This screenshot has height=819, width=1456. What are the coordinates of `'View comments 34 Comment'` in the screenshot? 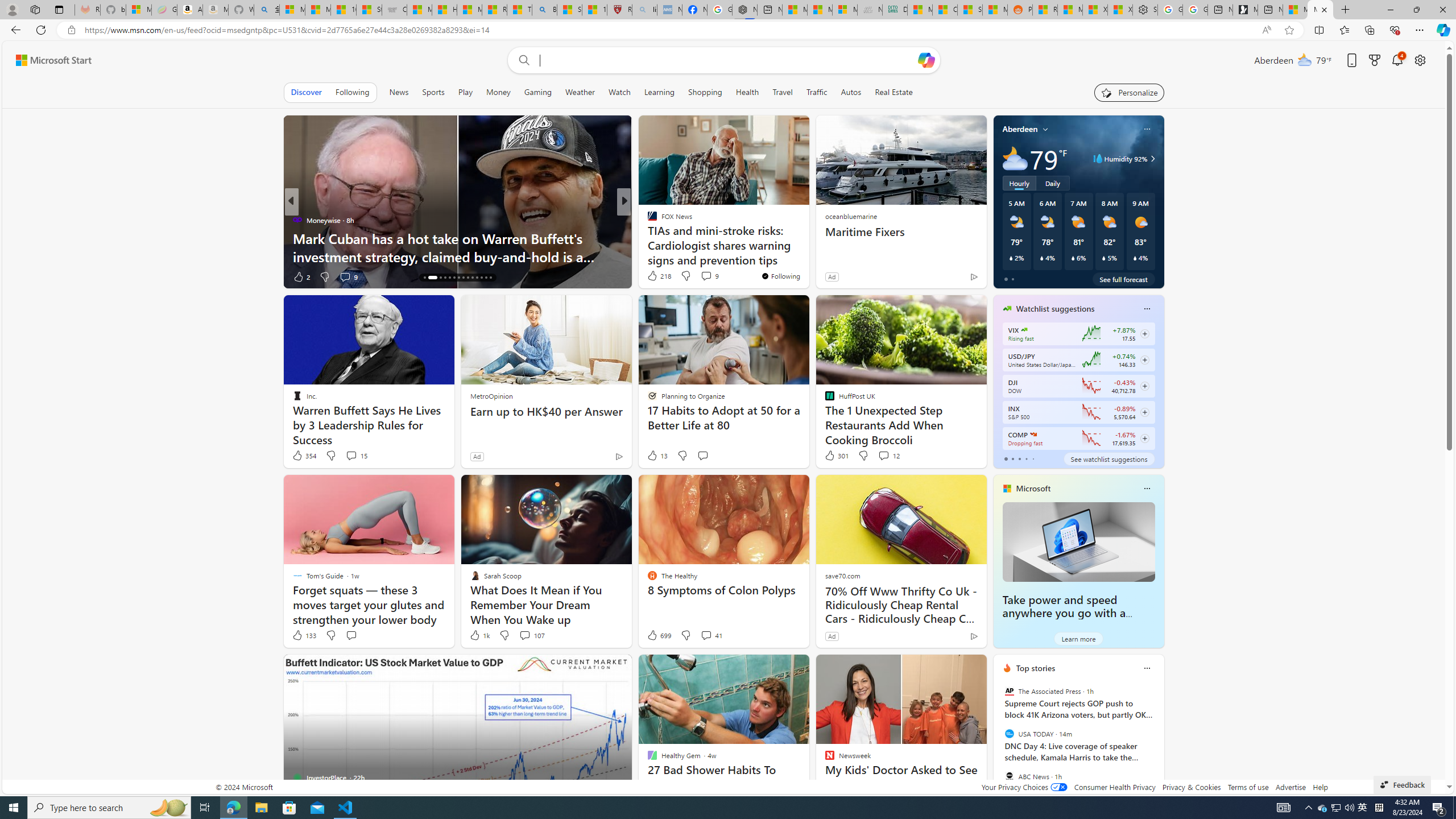 It's located at (702, 276).